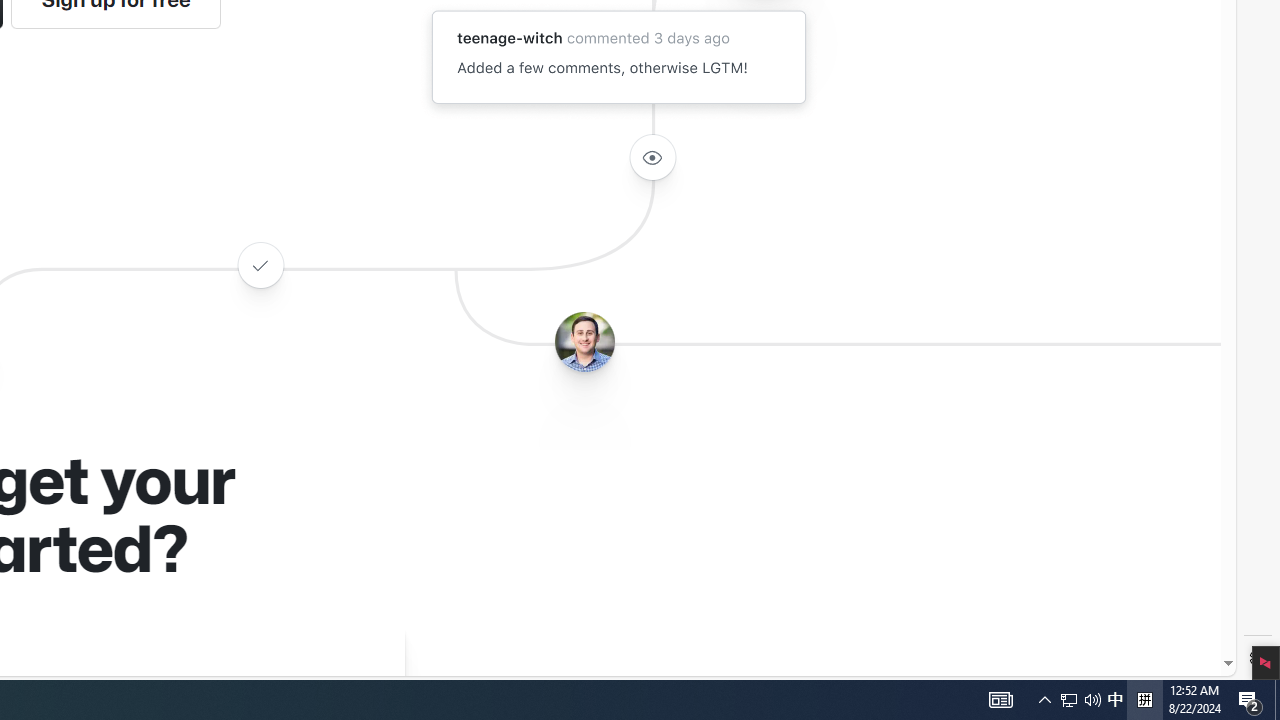 The width and height of the screenshot is (1280, 720). What do you see at coordinates (583, 341) in the screenshot?
I see `'Avatar of the user benbalter'` at bounding box center [583, 341].